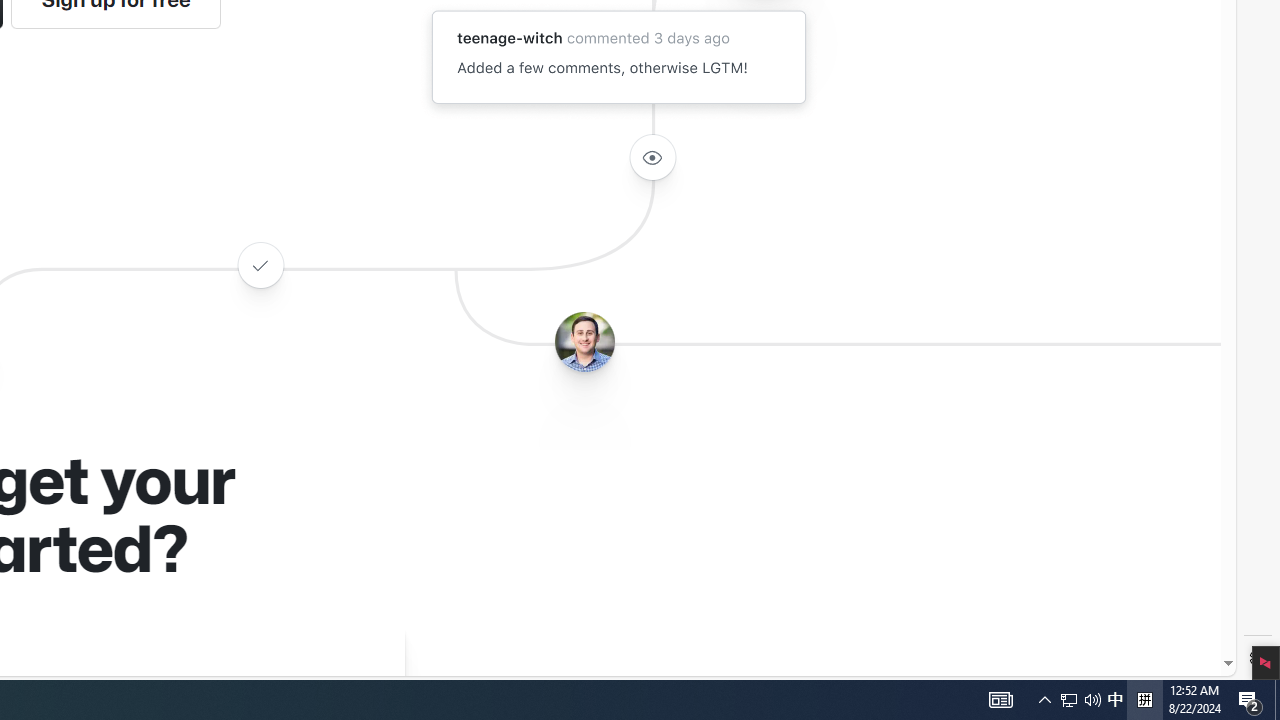 The width and height of the screenshot is (1280, 720). What do you see at coordinates (583, 341) in the screenshot?
I see `'Avatar of the user benbalter'` at bounding box center [583, 341].